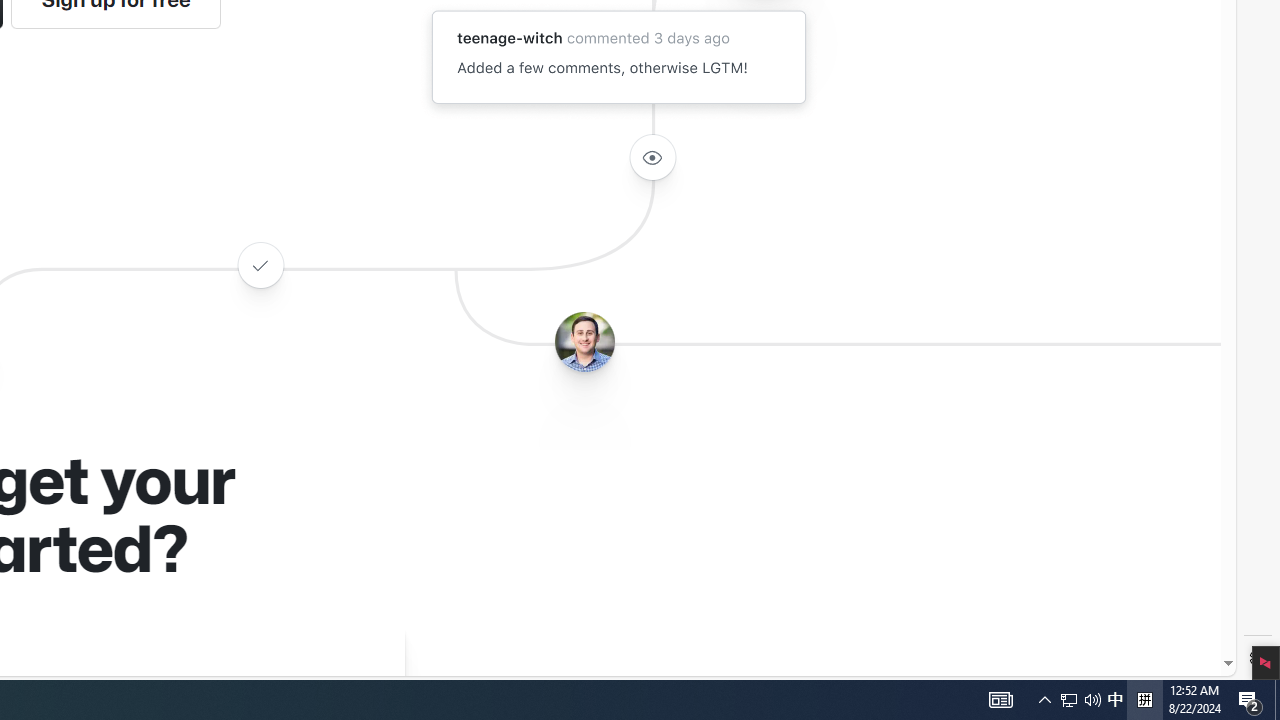 The width and height of the screenshot is (1280, 720). What do you see at coordinates (583, 341) in the screenshot?
I see `'Avatar of the user benbalter'` at bounding box center [583, 341].